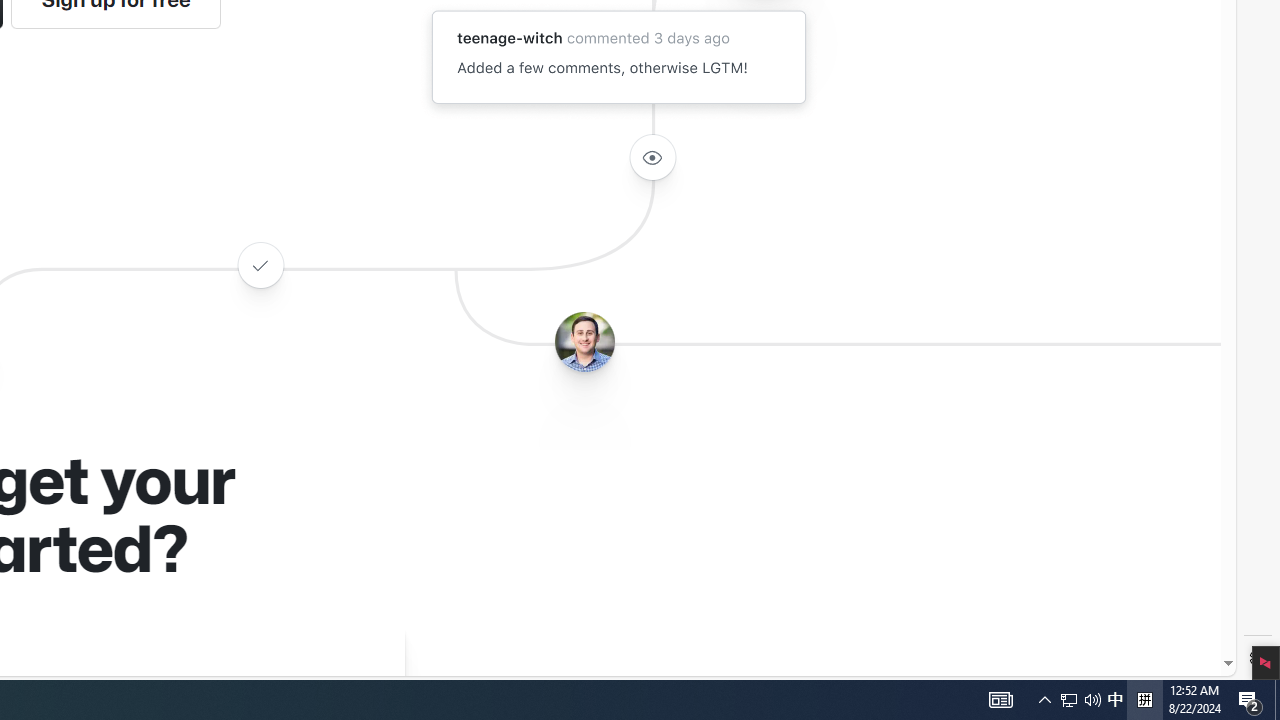 The width and height of the screenshot is (1280, 720). What do you see at coordinates (583, 341) in the screenshot?
I see `'Avatar of the user benbalter'` at bounding box center [583, 341].